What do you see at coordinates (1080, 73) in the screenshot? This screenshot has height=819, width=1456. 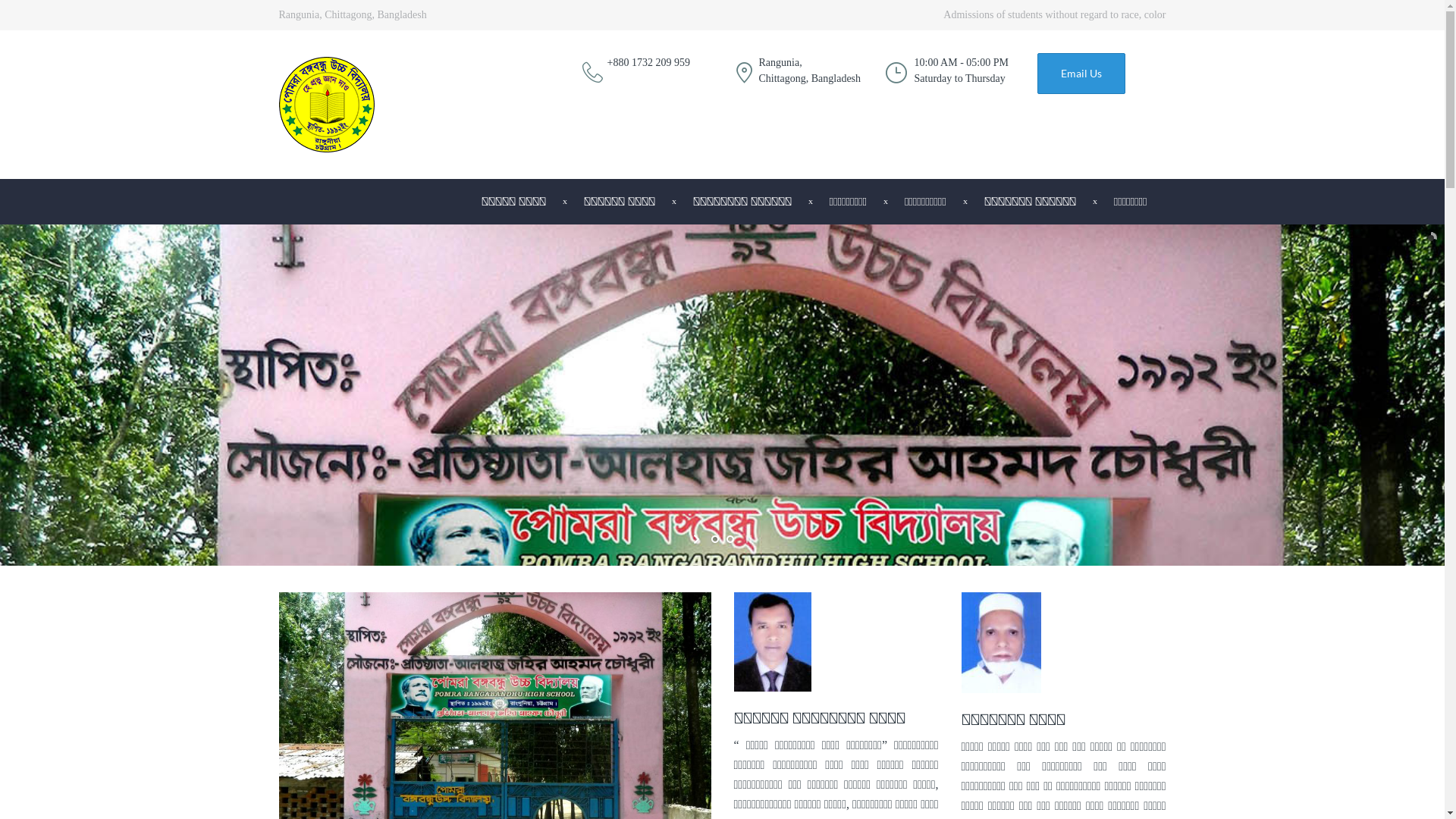 I see `'Email Us'` at bounding box center [1080, 73].